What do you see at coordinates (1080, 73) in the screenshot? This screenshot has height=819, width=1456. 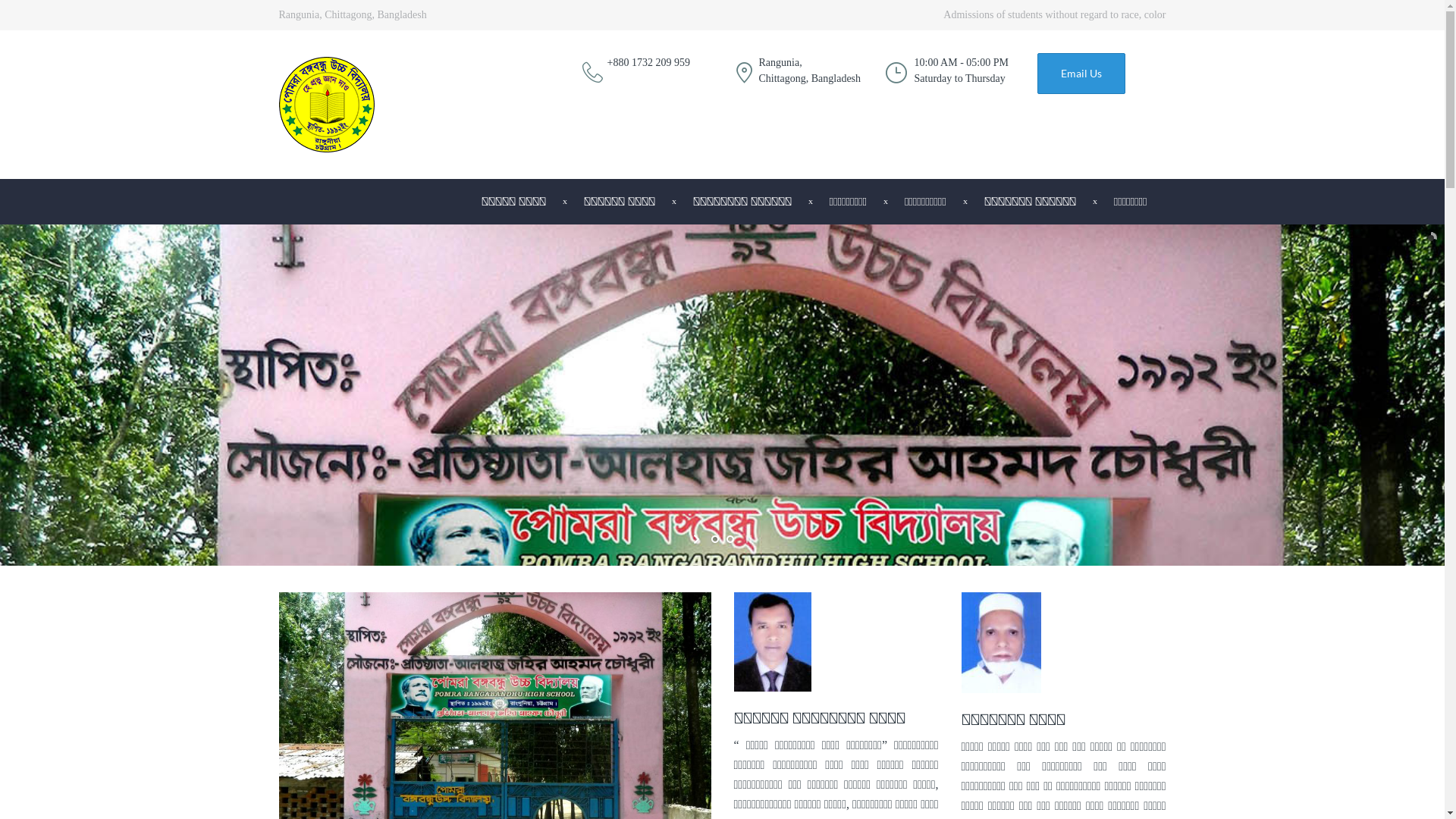 I see `'Email Us'` at bounding box center [1080, 73].